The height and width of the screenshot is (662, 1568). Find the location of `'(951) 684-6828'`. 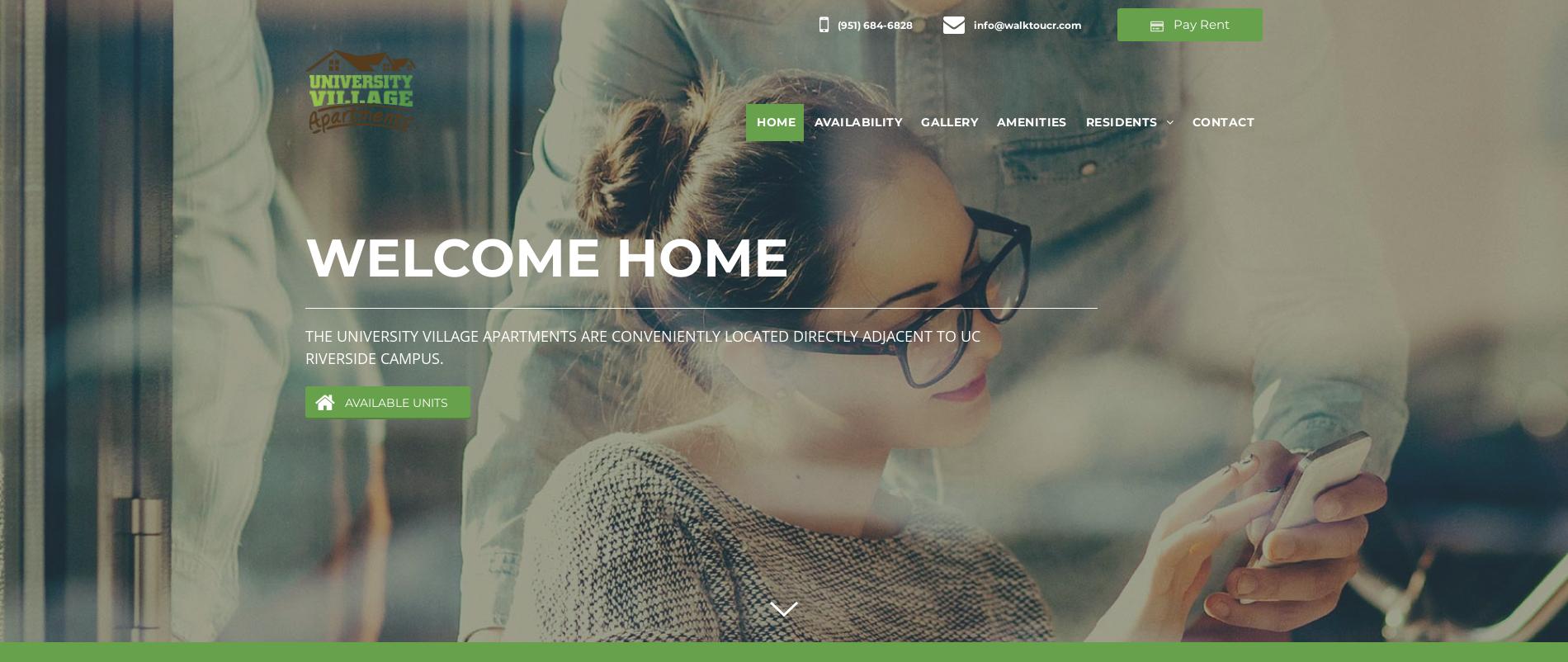

'(951) 684-6828' is located at coordinates (875, 24).